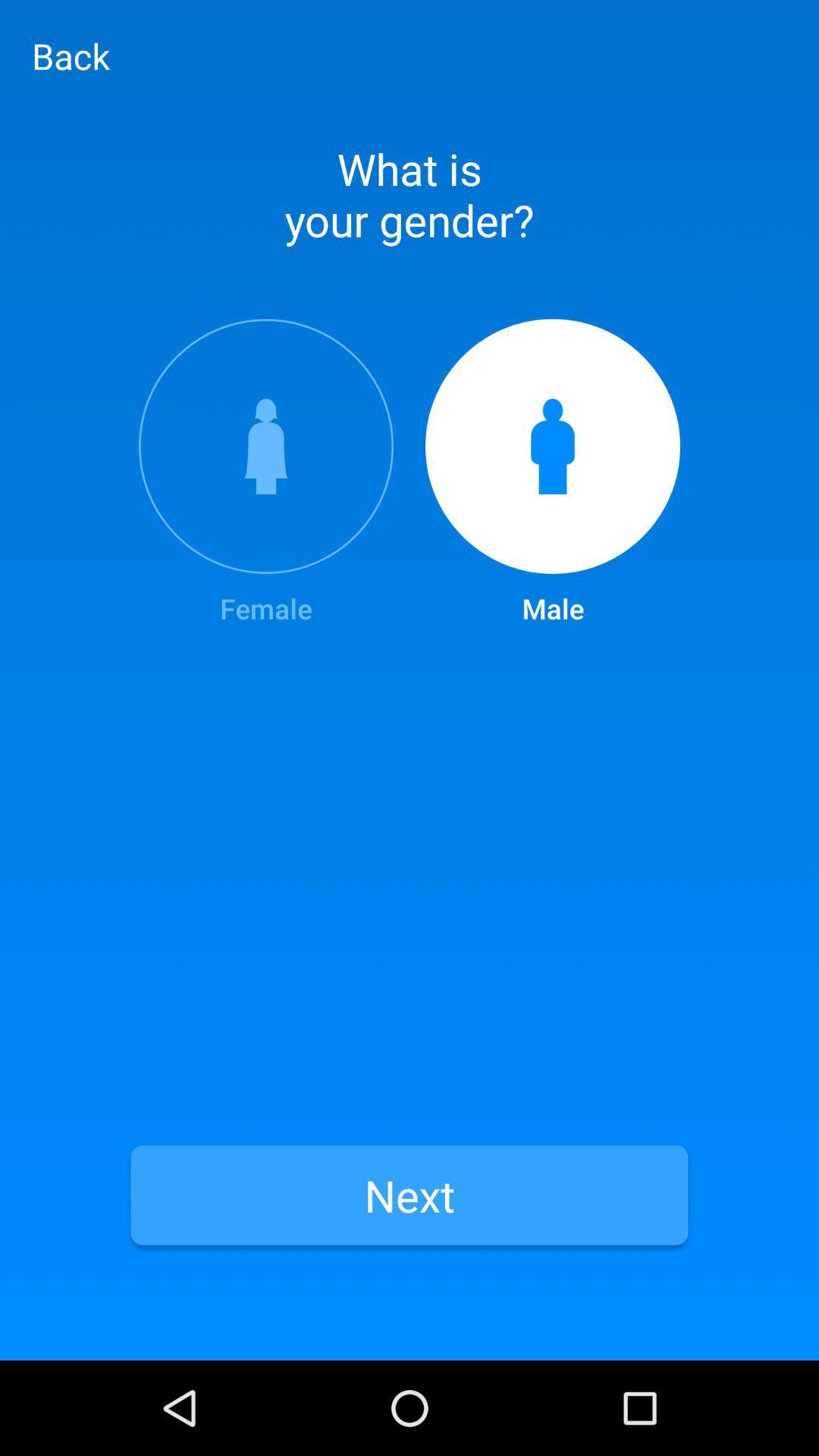  I want to click on next item, so click(409, 1194).